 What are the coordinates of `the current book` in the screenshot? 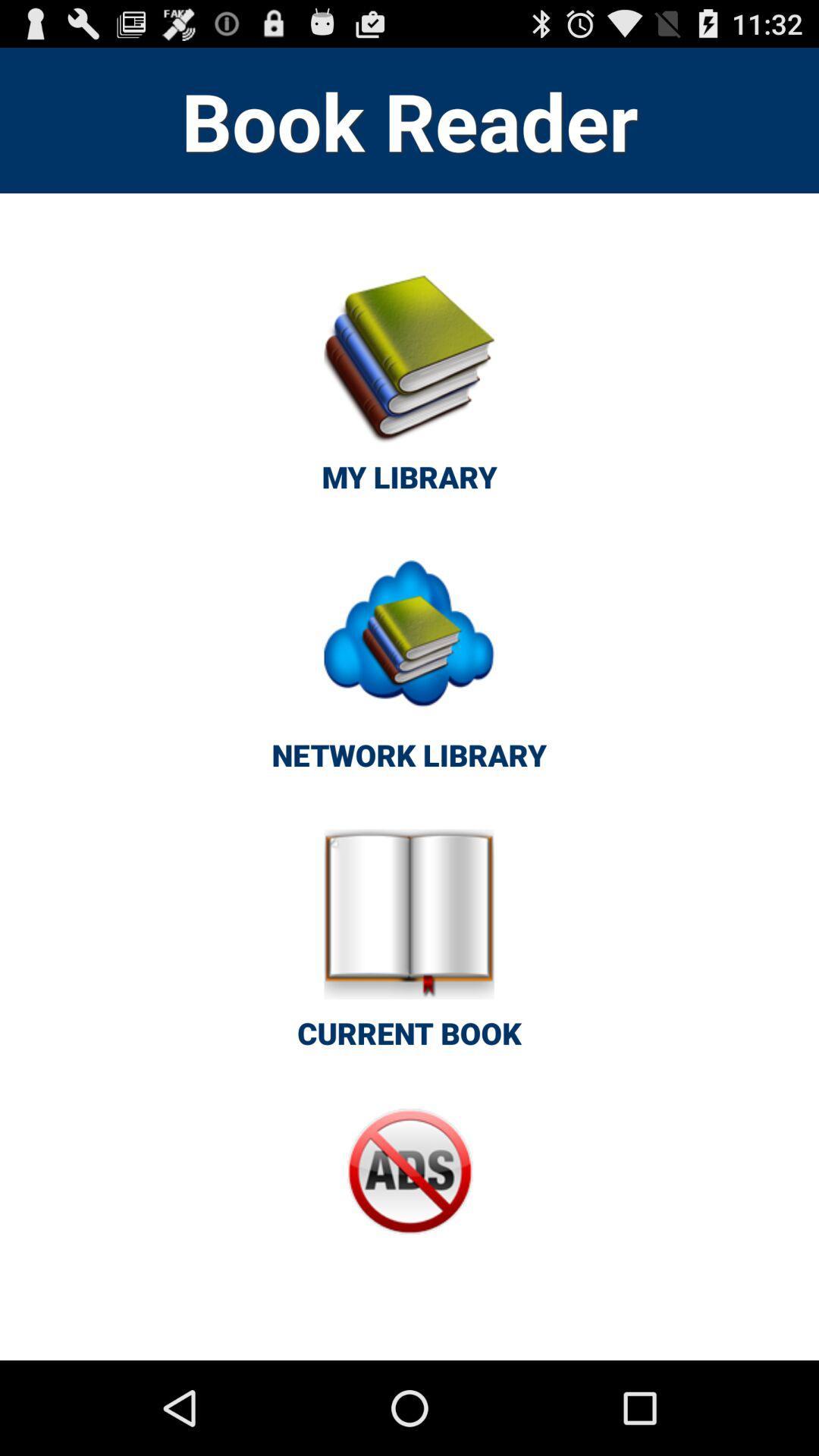 It's located at (409, 947).